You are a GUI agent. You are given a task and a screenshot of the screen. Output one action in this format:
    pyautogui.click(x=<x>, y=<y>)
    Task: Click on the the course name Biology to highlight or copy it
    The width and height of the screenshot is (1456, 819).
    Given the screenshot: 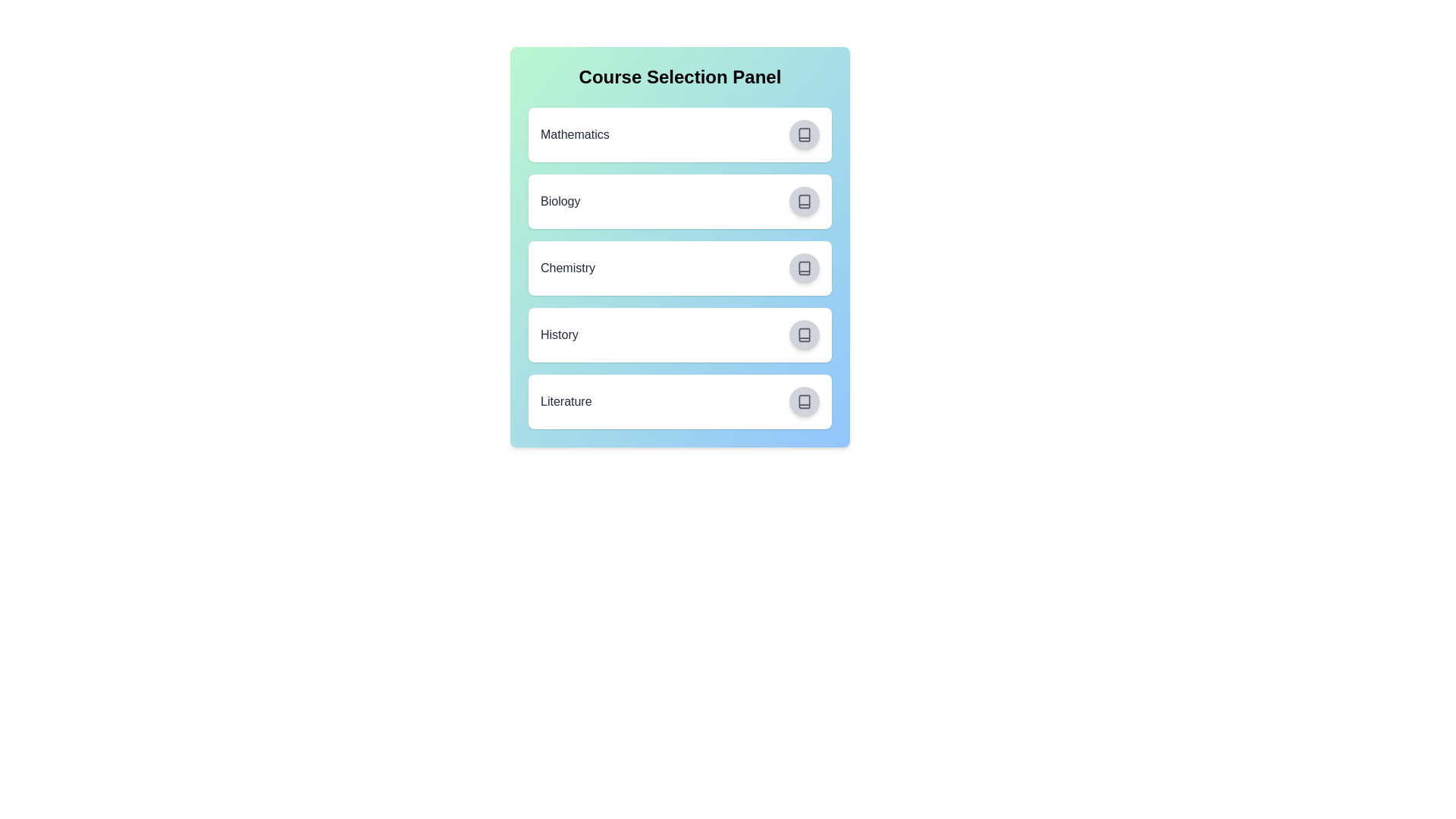 What is the action you would take?
    pyautogui.click(x=560, y=201)
    